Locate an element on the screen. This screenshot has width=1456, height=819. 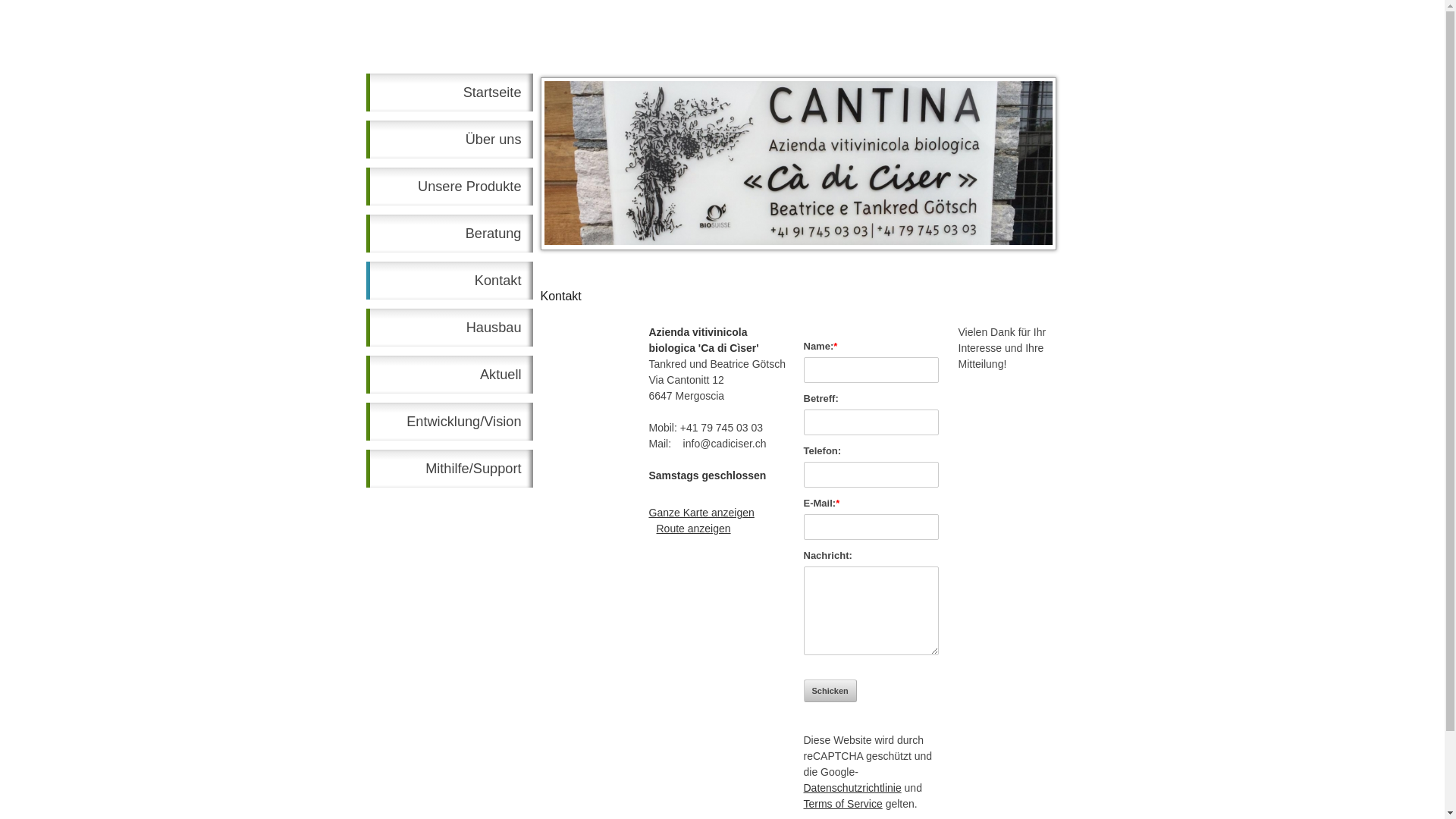
'Hausbau' is located at coordinates (447, 327).